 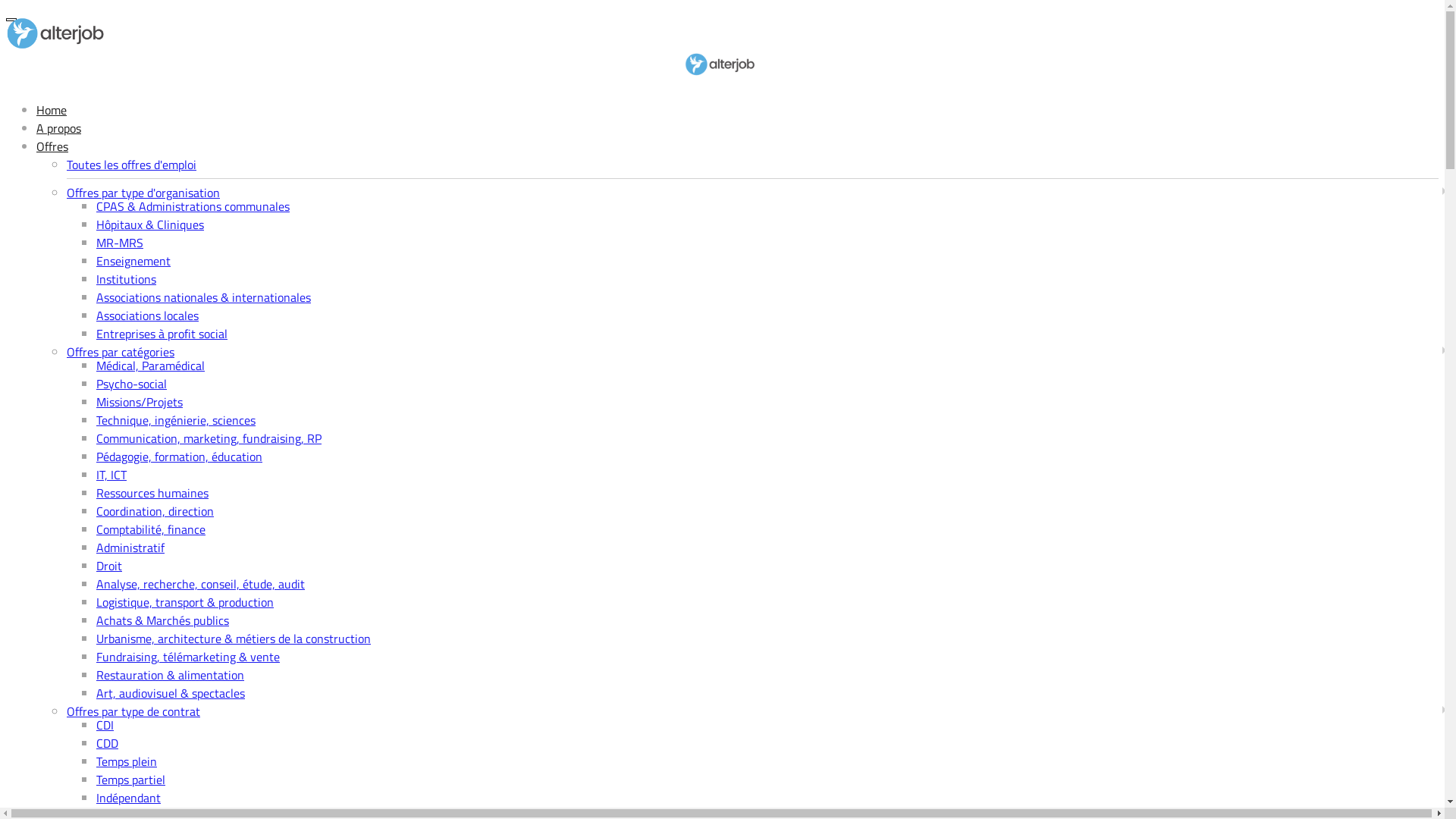 I want to click on 'Administratif', so click(x=130, y=547).